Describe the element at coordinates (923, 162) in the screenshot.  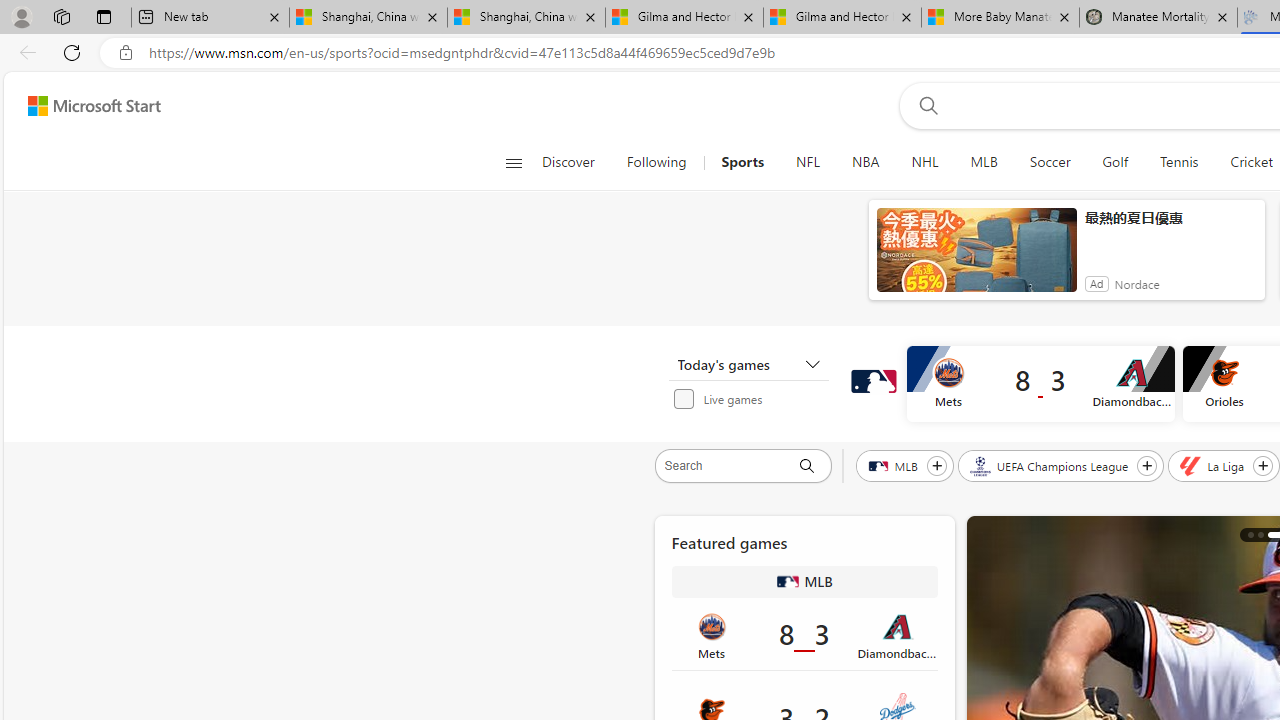
I see `'NHL'` at that location.